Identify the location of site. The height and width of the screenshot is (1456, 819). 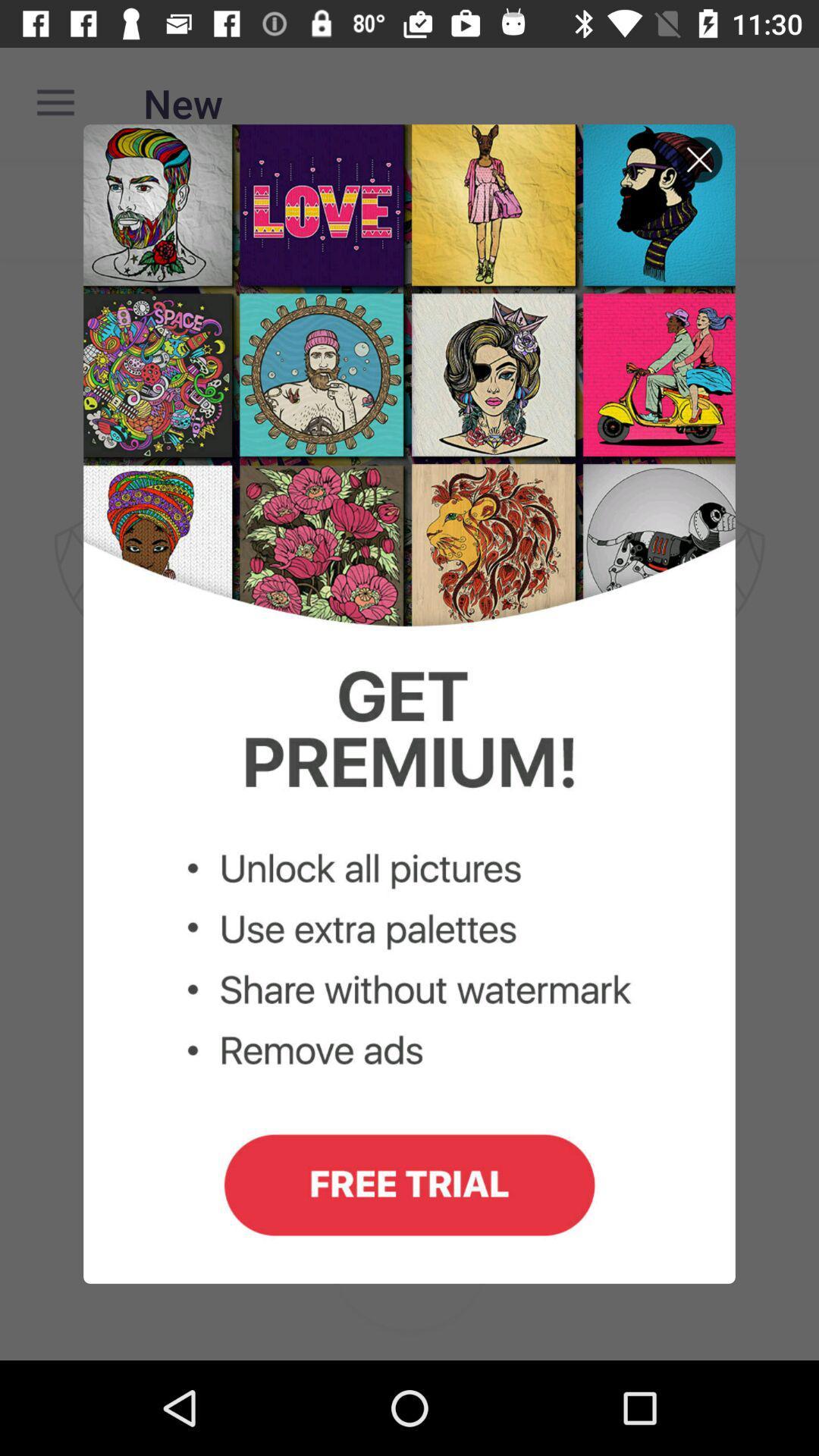
(409, 703).